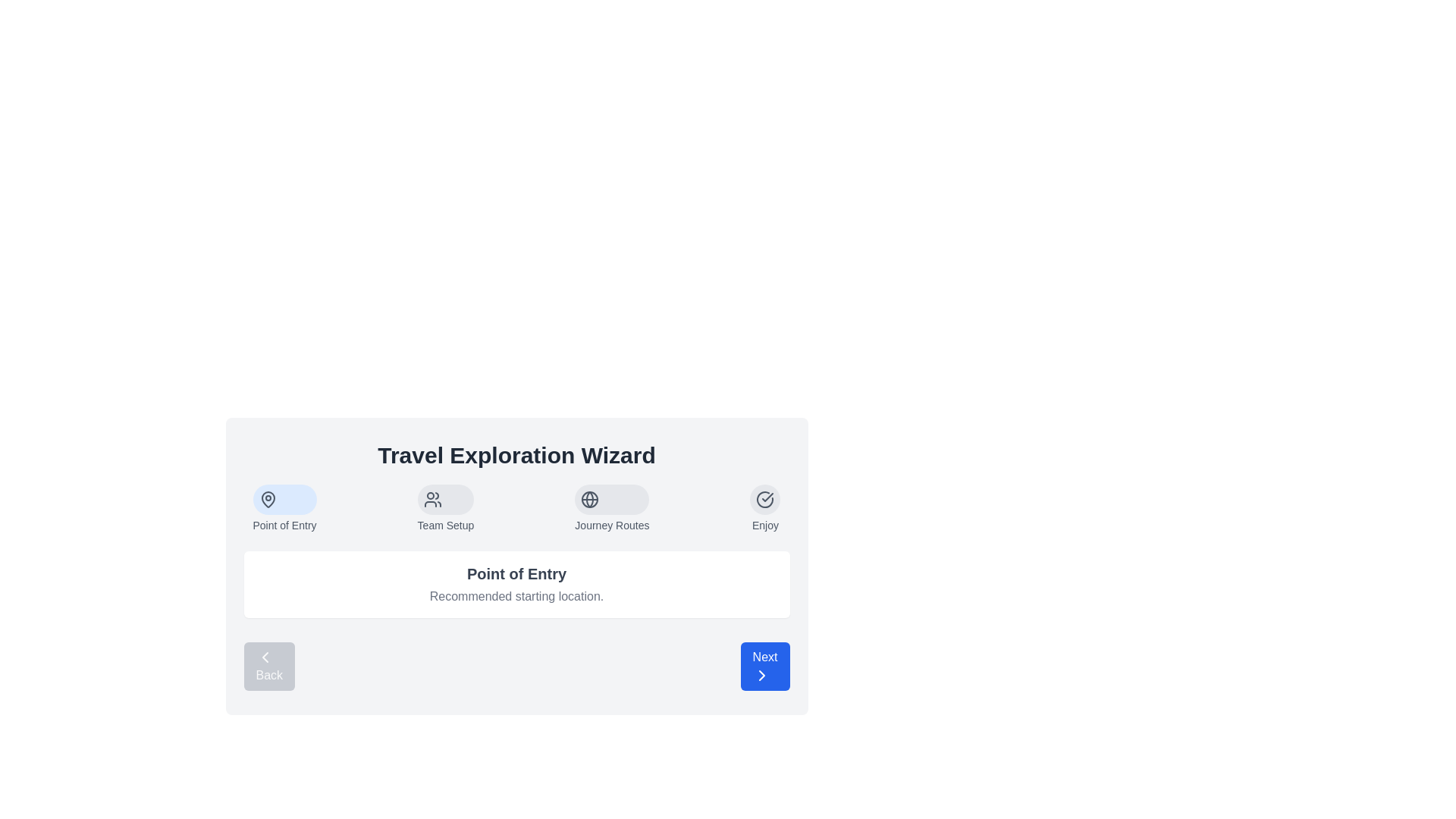  I want to click on the 'Point of Entry' navigation button, which is the first item in the horizontal sequence of navigation options, so click(284, 509).